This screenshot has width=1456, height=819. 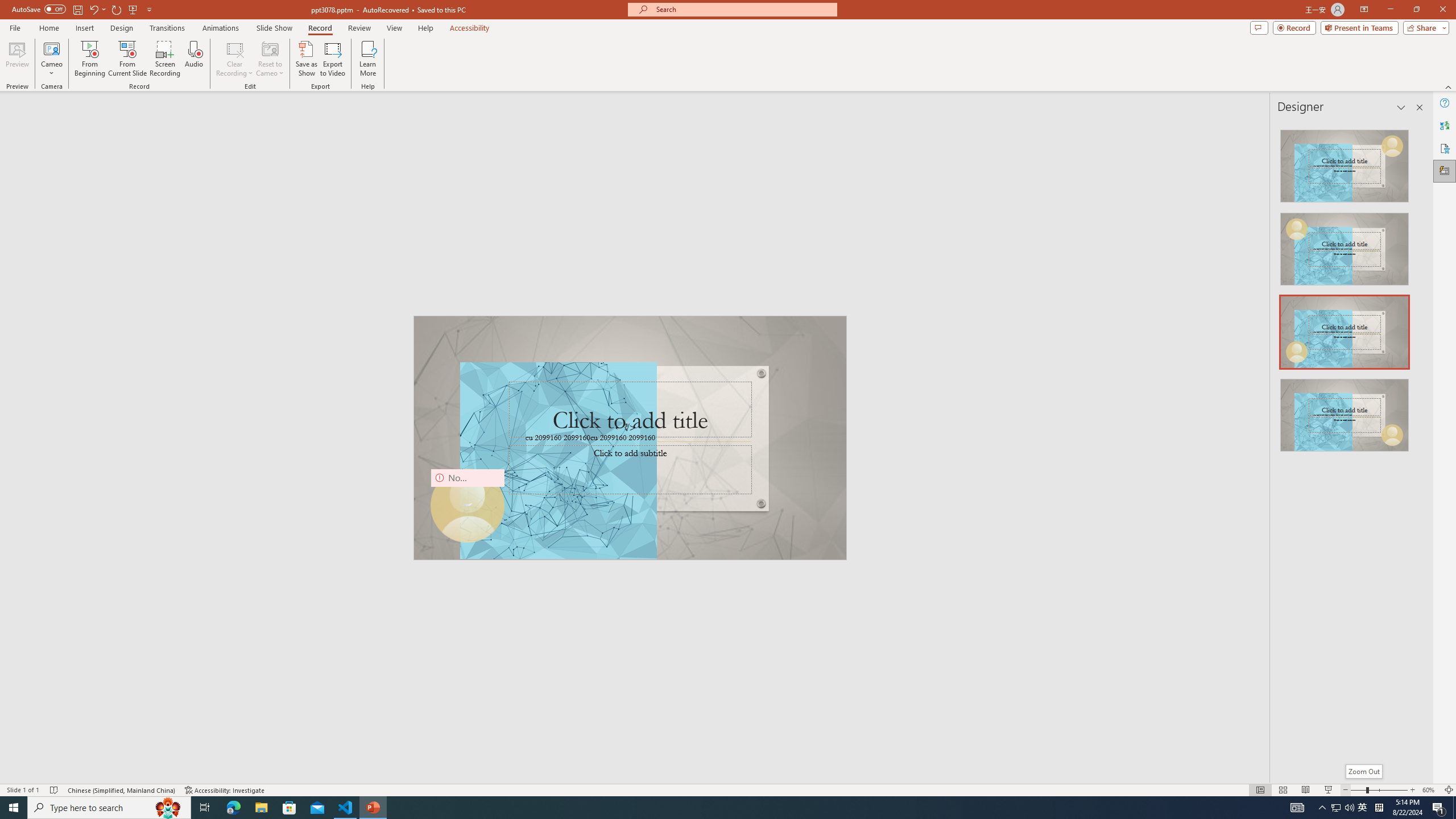 What do you see at coordinates (164, 59) in the screenshot?
I see `'Screen Recording'` at bounding box center [164, 59].